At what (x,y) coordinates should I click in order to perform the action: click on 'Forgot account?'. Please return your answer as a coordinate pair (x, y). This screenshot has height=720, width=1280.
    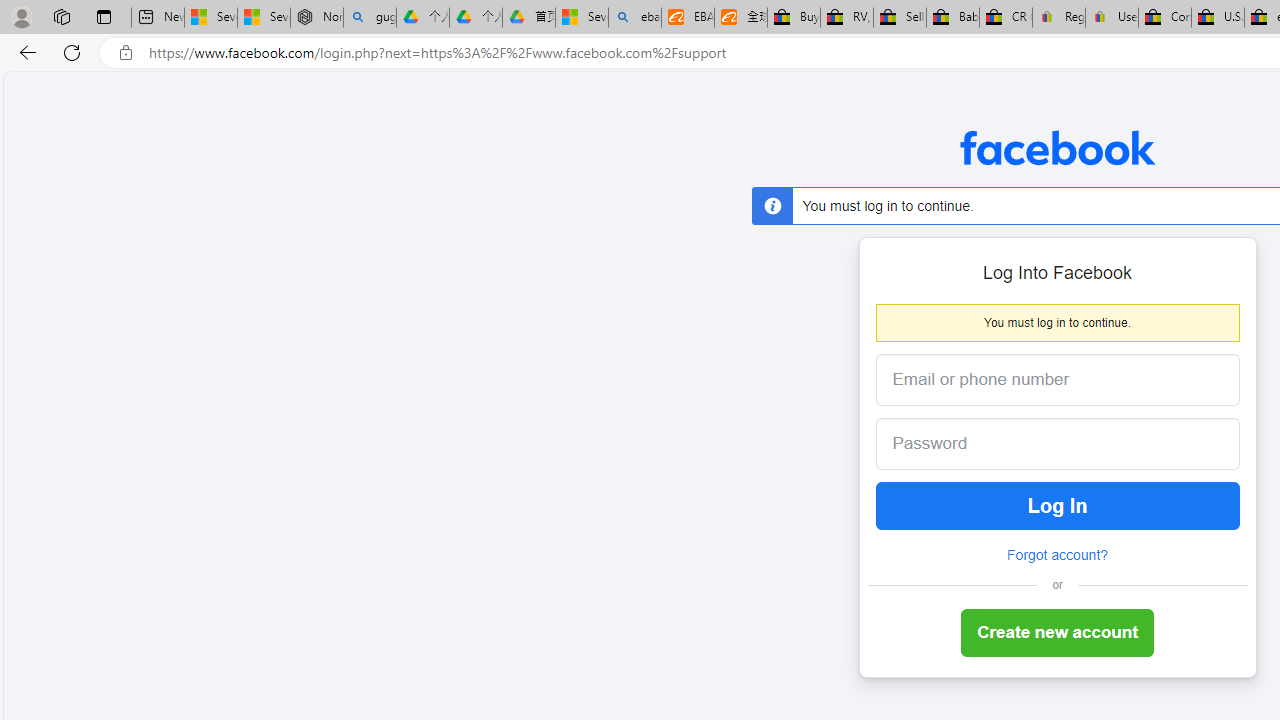
    Looking at the image, I should click on (1056, 555).